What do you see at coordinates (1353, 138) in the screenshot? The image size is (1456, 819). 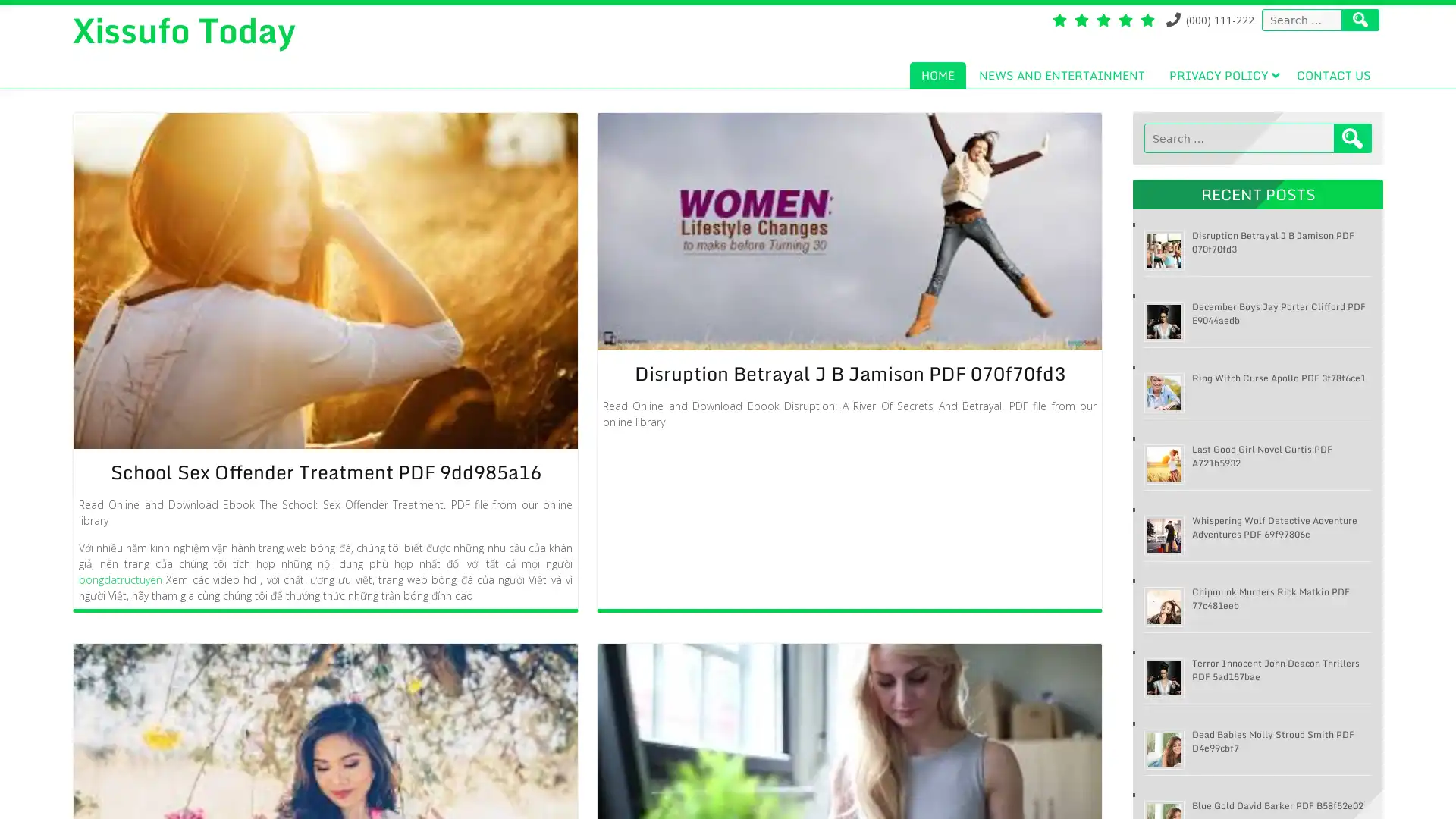 I see `Search` at bounding box center [1353, 138].